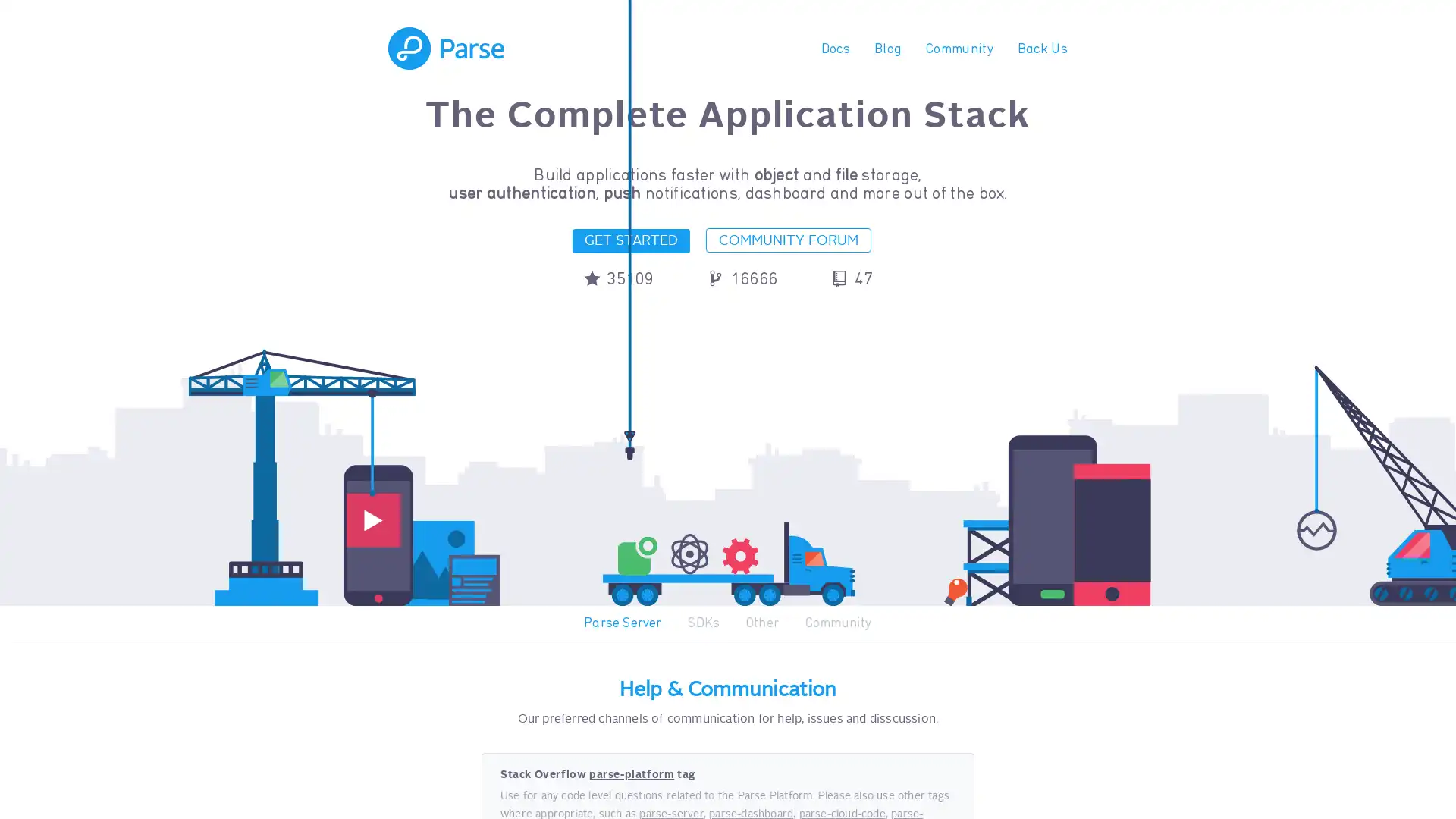  I want to click on GET STARTED, so click(630, 240).